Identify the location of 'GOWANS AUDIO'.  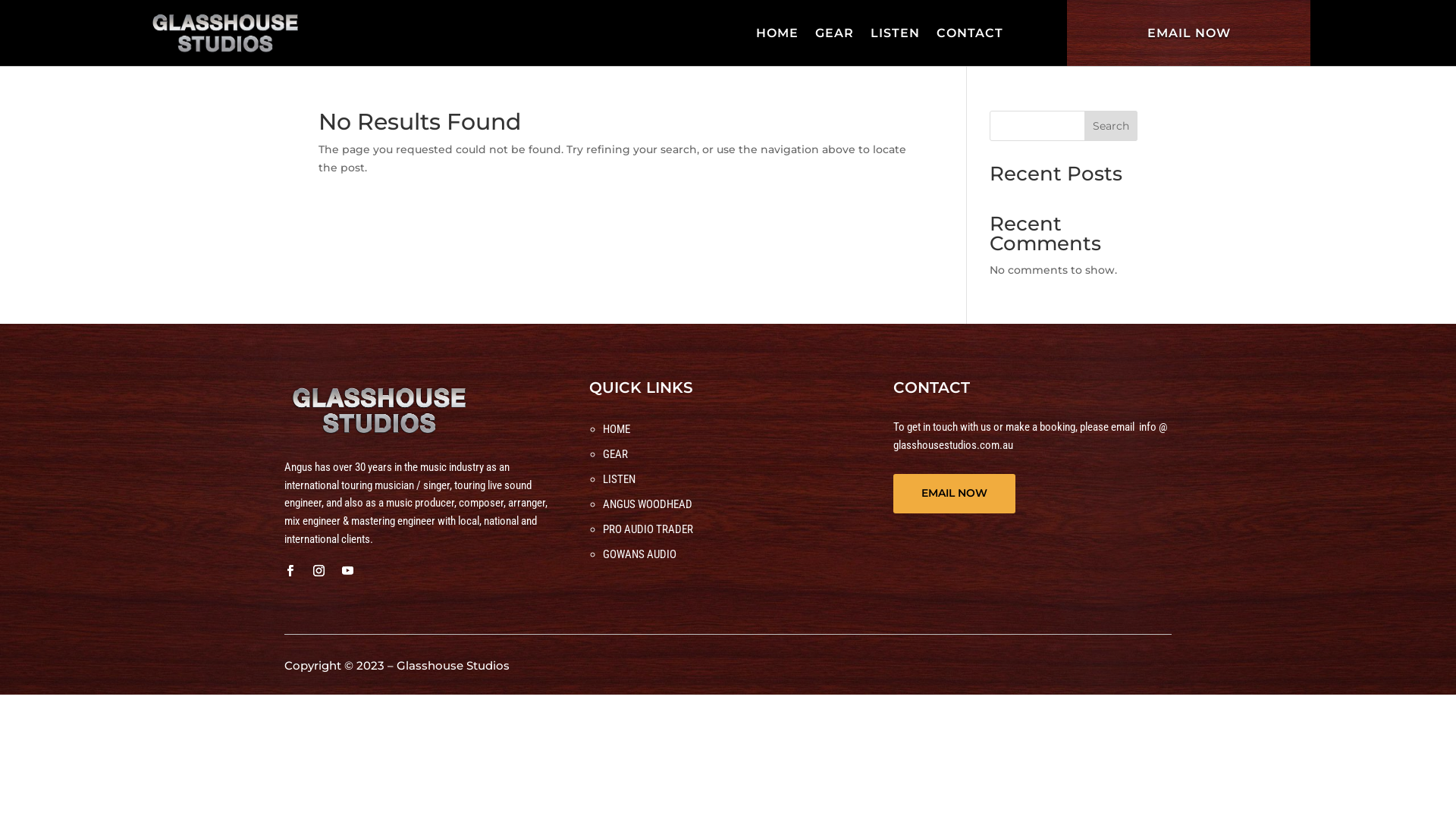
(639, 554).